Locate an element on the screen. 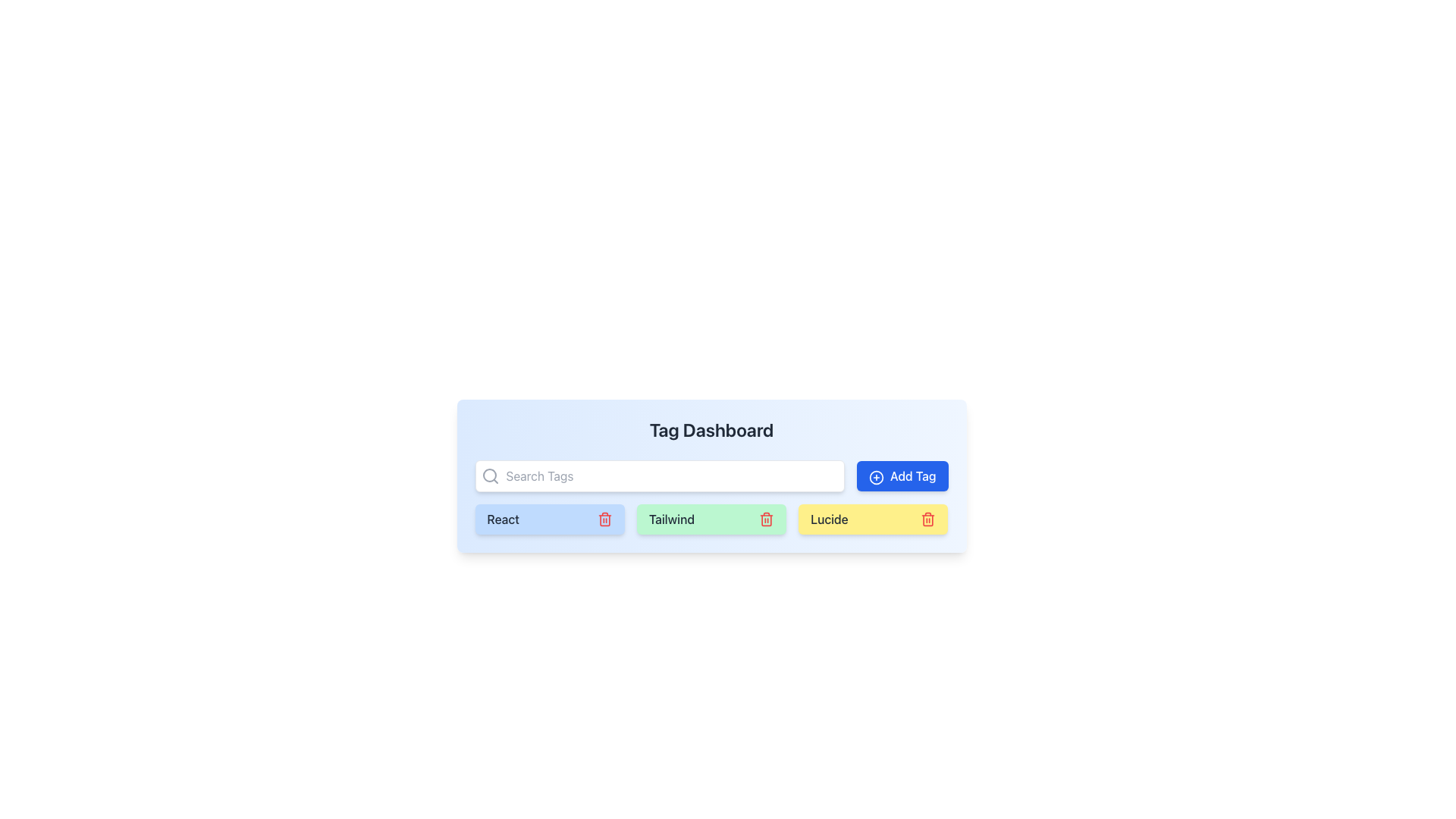 This screenshot has width=1456, height=819. the red trash can icon button located at the far right of the yellow 'Lucide' tag to receive visual feedback is located at coordinates (927, 519).